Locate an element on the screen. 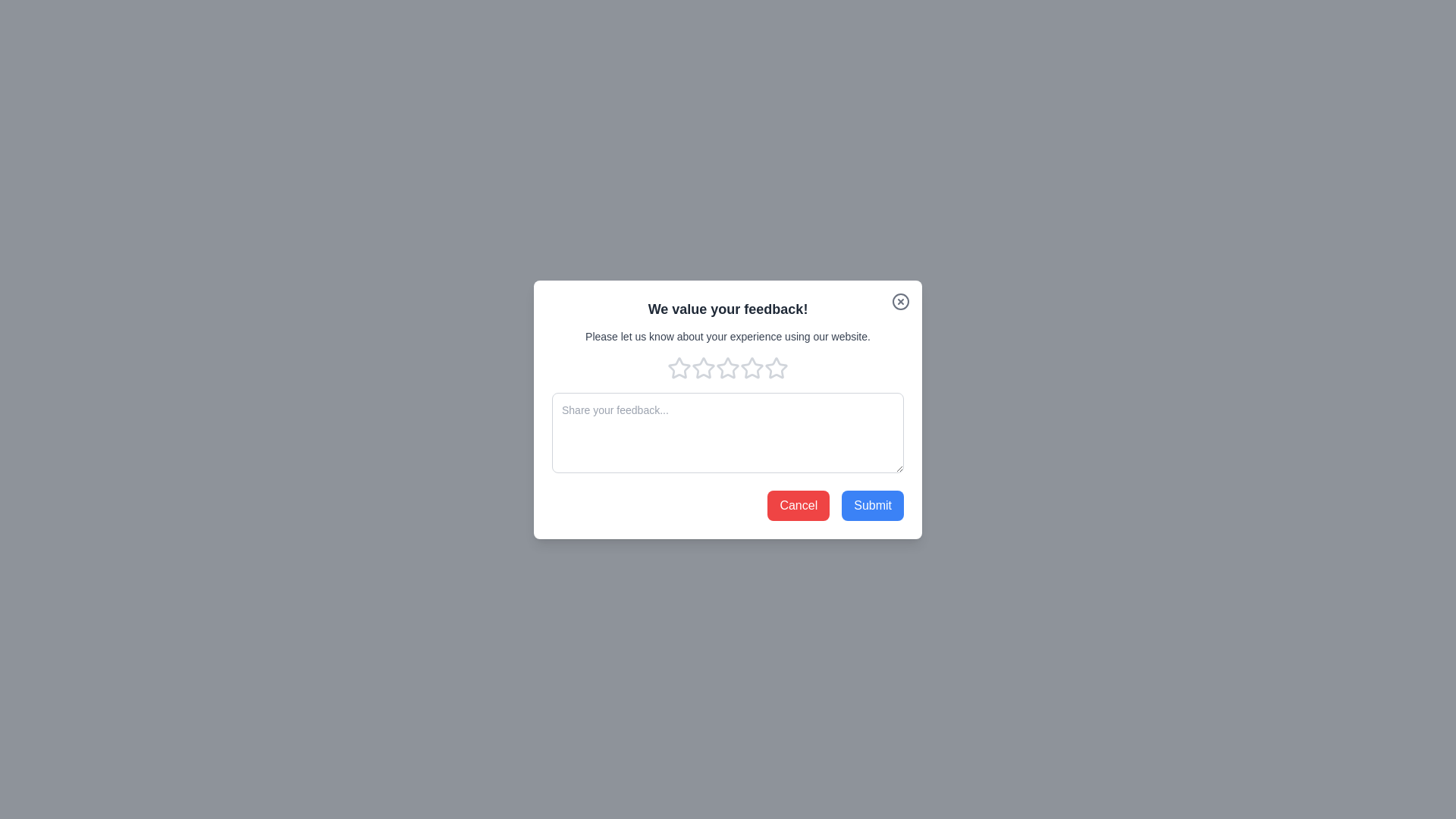 Image resolution: width=1456 pixels, height=819 pixels. close button at the top-right corner of the dialog is located at coordinates (901, 301).